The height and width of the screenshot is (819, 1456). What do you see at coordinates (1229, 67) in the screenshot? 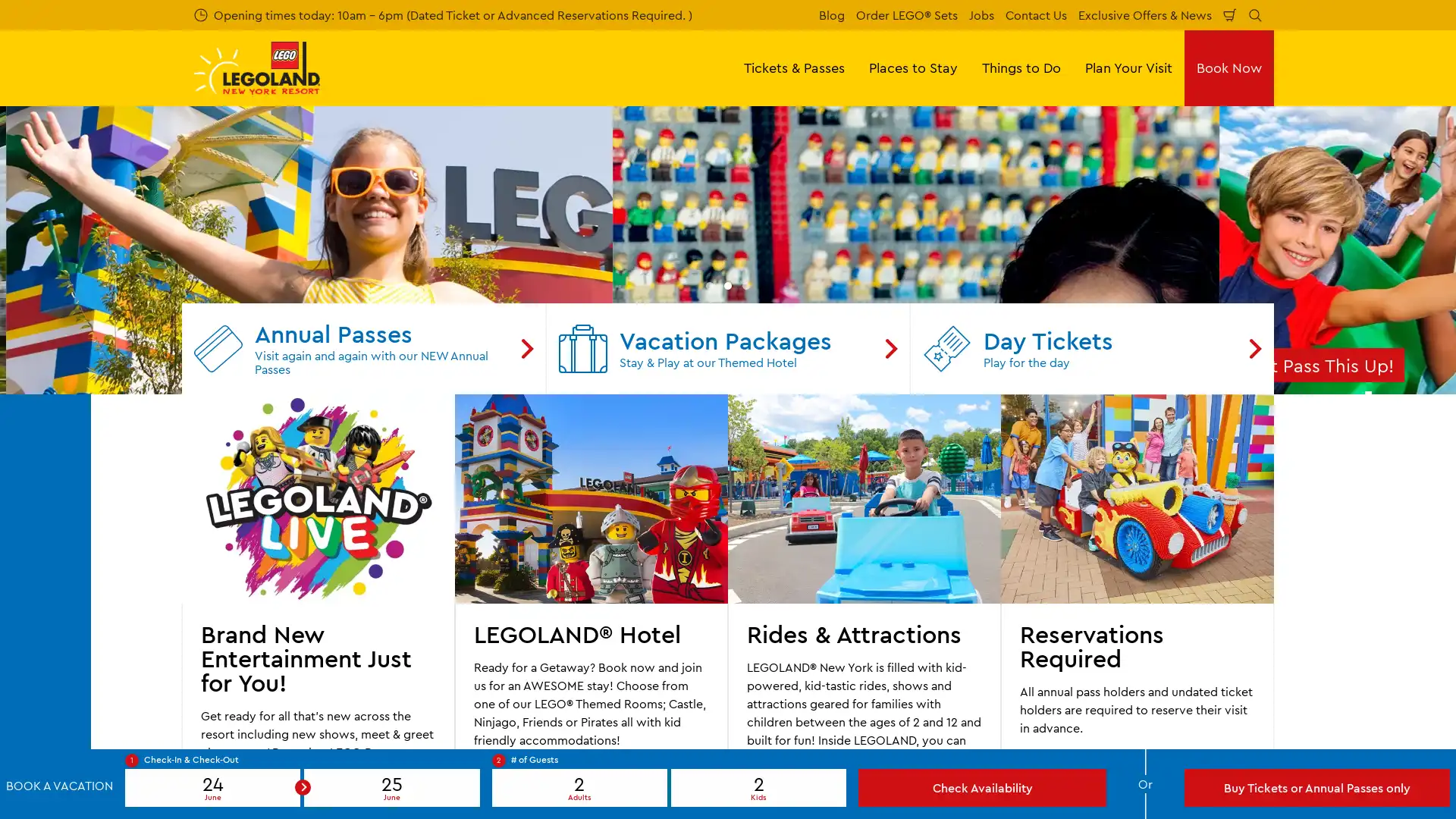
I see `Book Now` at bounding box center [1229, 67].